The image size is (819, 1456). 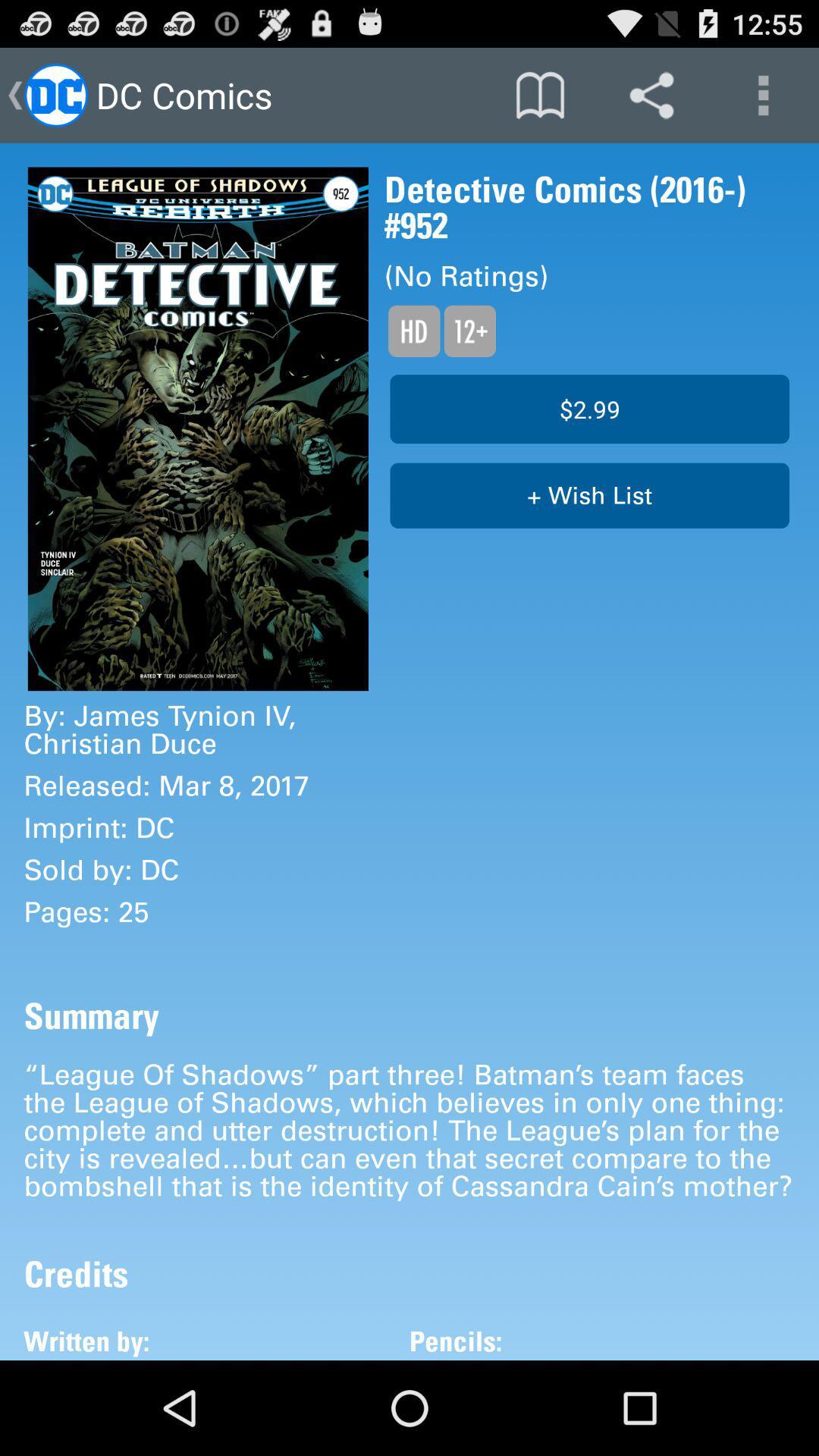 What do you see at coordinates (589, 409) in the screenshot?
I see `the option which is above  wish list` at bounding box center [589, 409].